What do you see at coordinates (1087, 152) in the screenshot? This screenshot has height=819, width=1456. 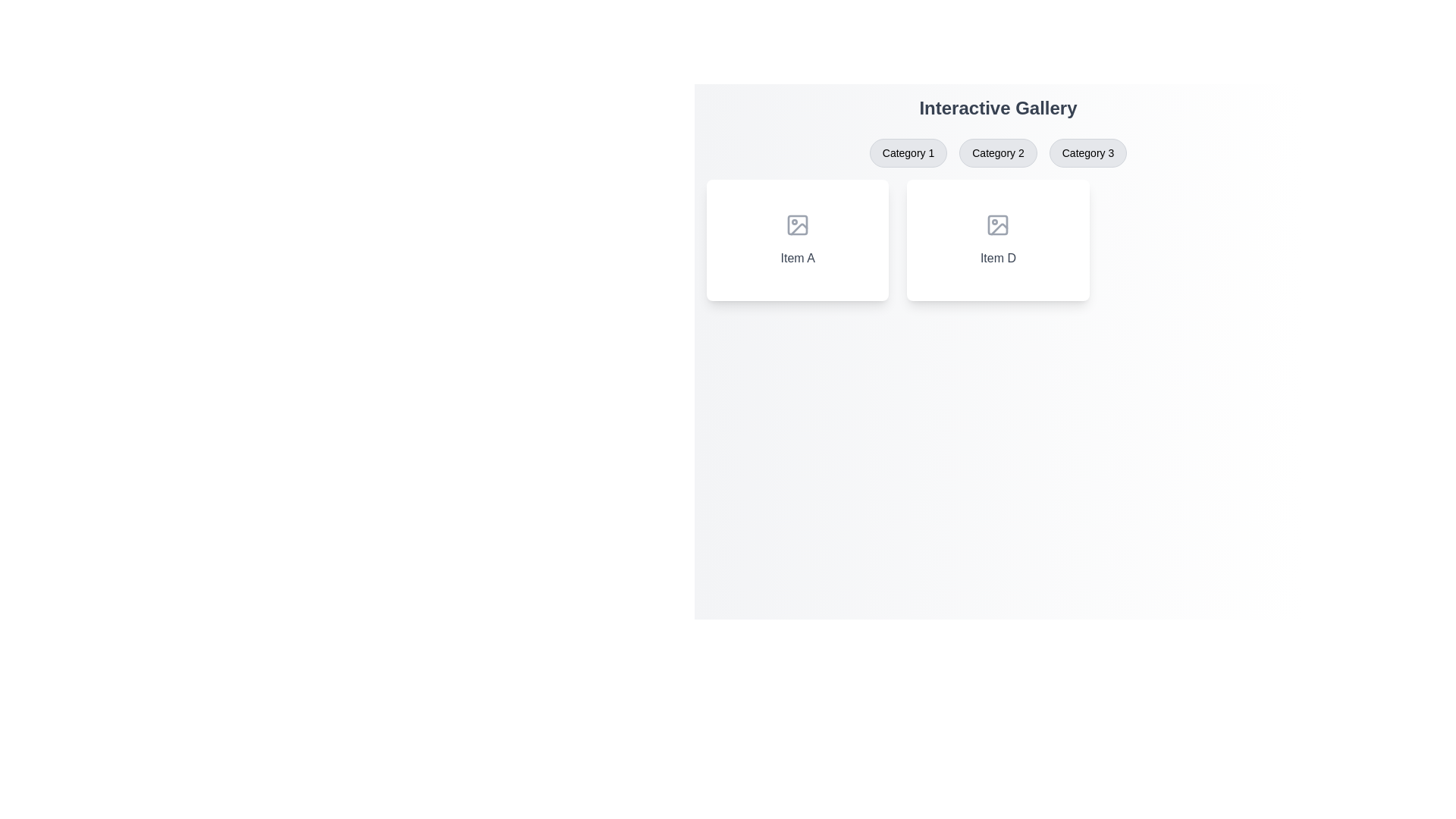 I see `the filter button for 'Category 3', which is the third button in a horizontal row of three buttons` at bounding box center [1087, 152].